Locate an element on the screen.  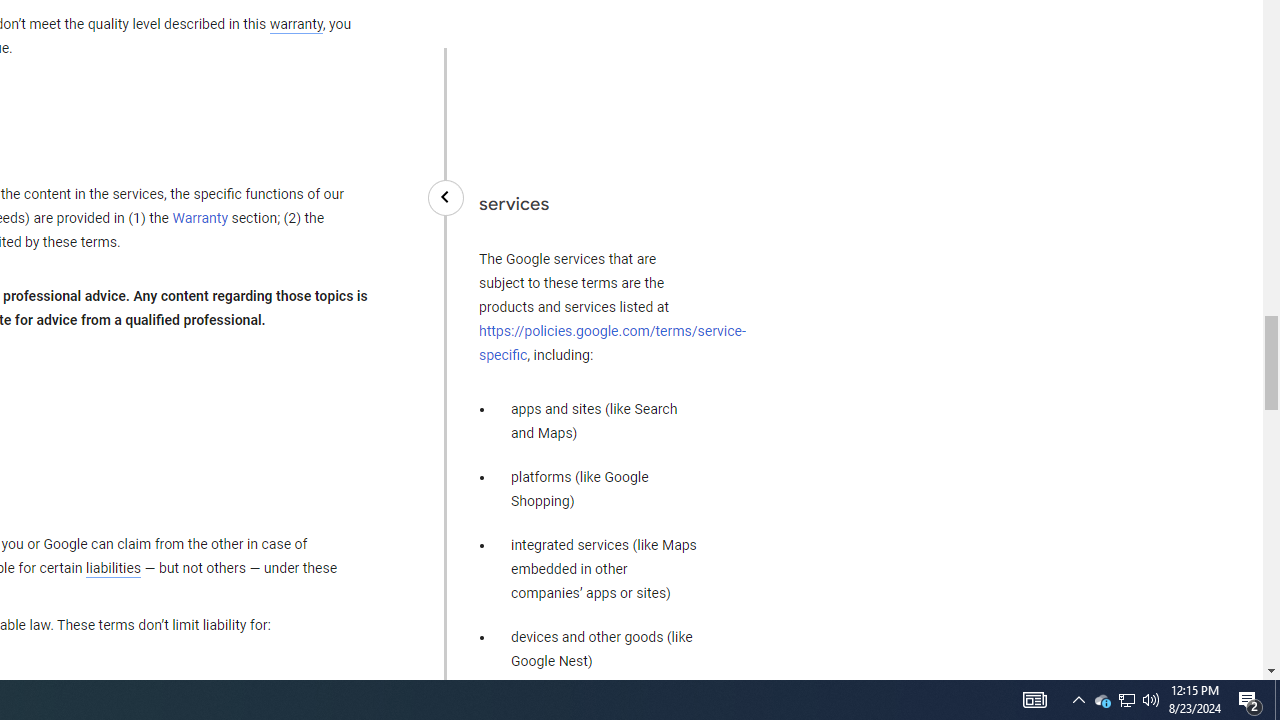
'liabilities' is located at coordinates (112, 568).